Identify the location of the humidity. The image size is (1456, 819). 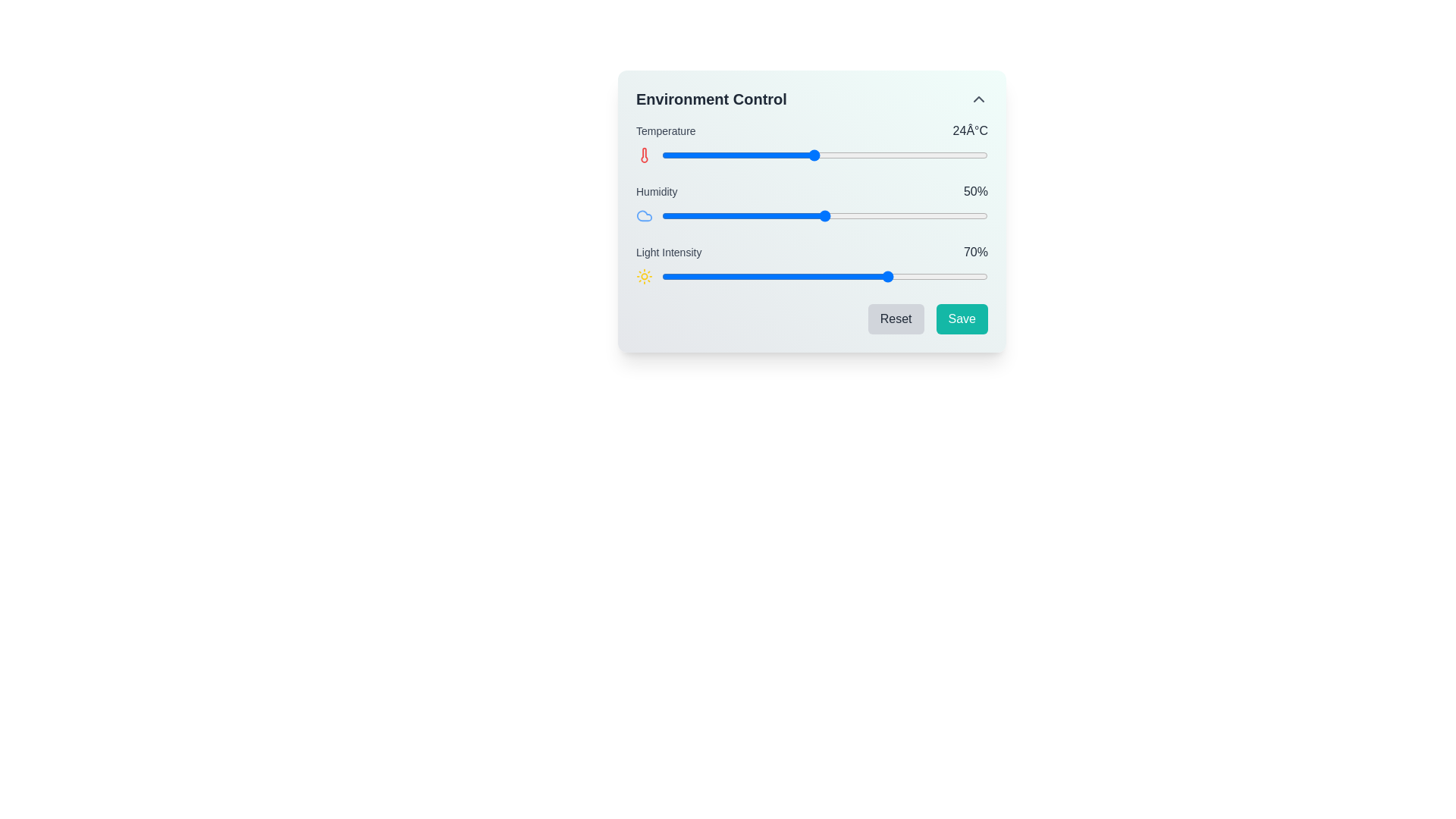
(680, 216).